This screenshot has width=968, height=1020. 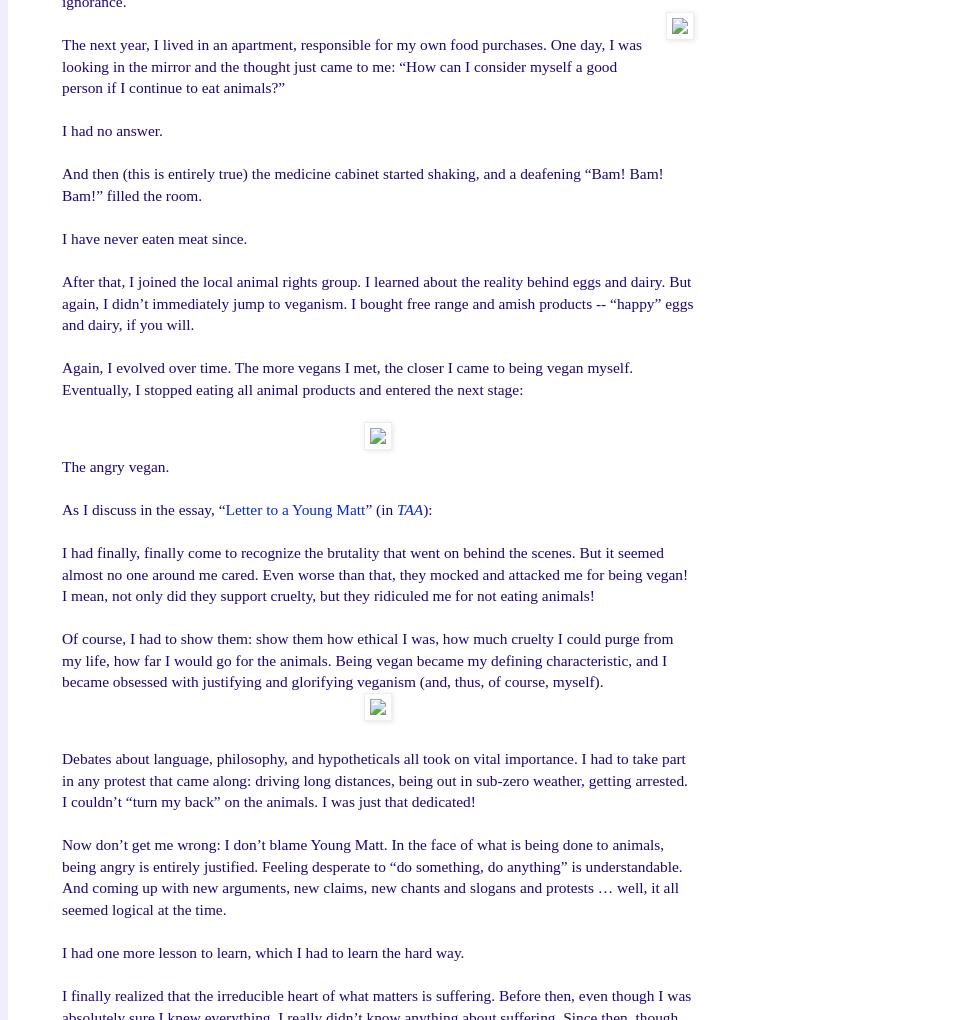 I want to click on 'I had finally, finally come to recognize the brutality that went on behind the scenes. But it seemed almost no one around me cared. Even worse than that, they mocked and attacked me for being vegan! I mean, not only did they support cruelty, but they ridiculed me for not eating animals!', so click(x=374, y=573).